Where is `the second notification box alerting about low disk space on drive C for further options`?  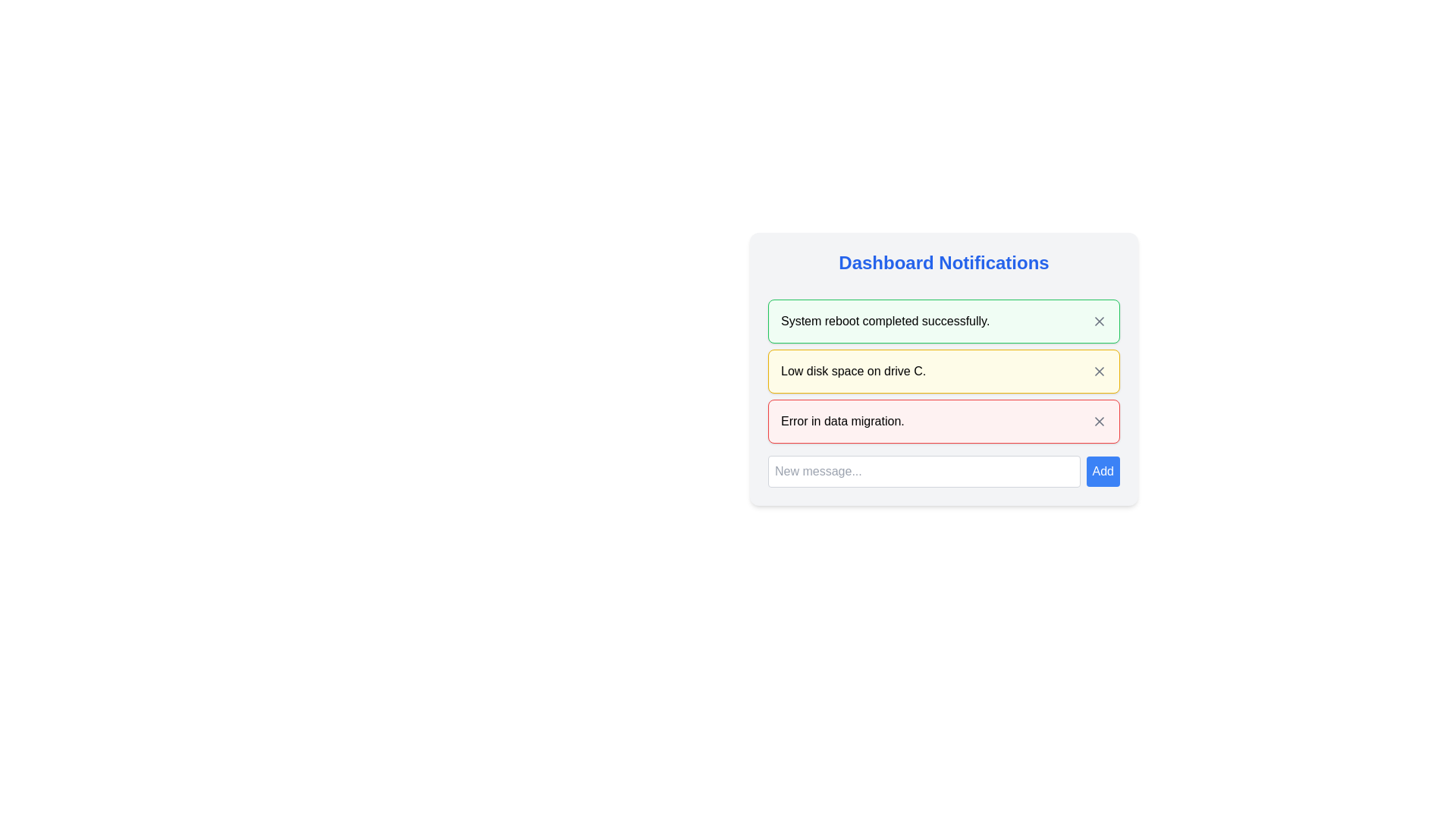
the second notification box alerting about low disk space on drive C for further options is located at coordinates (943, 369).